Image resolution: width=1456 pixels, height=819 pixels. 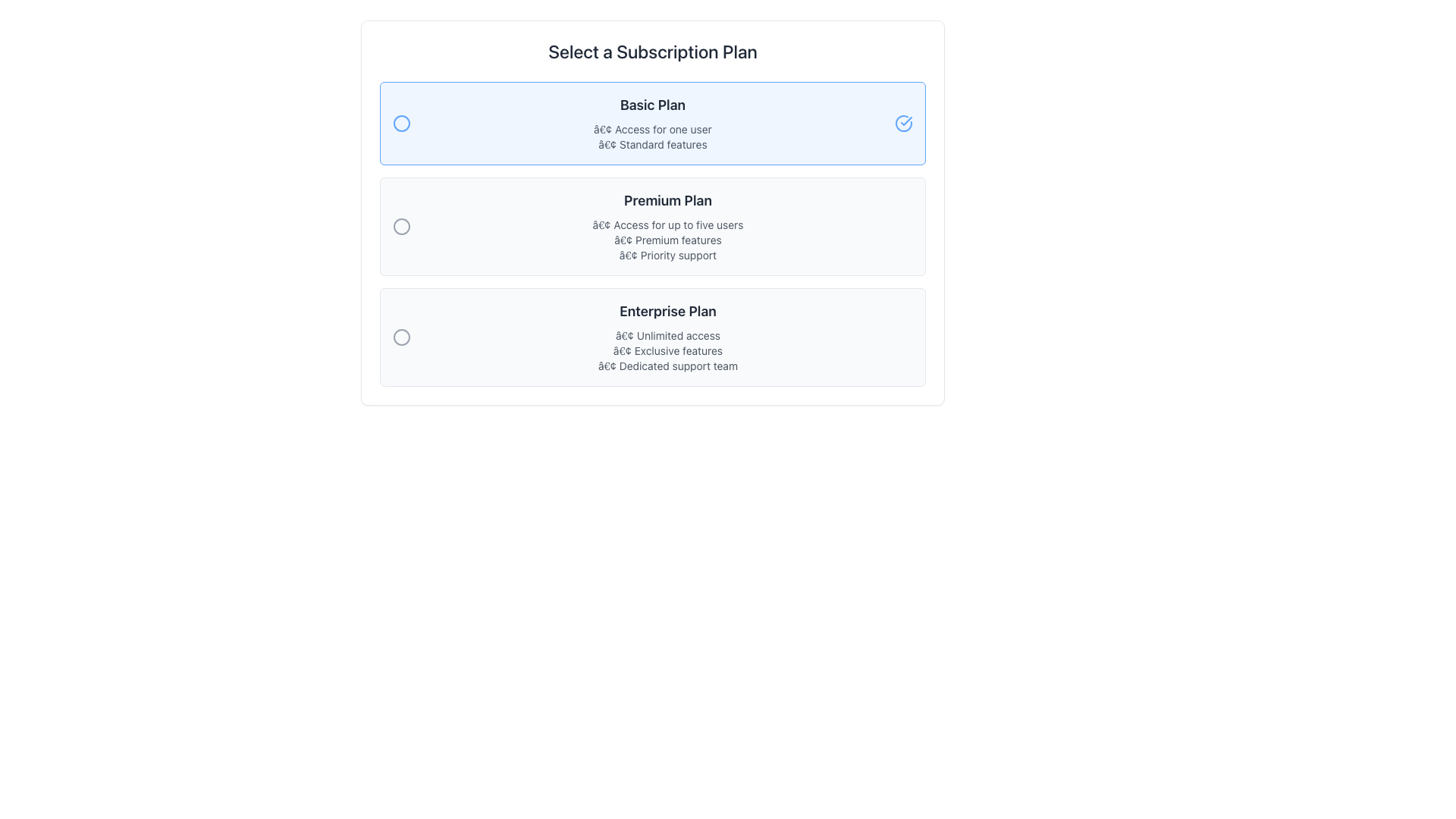 What do you see at coordinates (652, 145) in the screenshot?
I see `second bullet point in the 'Basic Plan' subscription list, located below the text '• Access for one user'` at bounding box center [652, 145].